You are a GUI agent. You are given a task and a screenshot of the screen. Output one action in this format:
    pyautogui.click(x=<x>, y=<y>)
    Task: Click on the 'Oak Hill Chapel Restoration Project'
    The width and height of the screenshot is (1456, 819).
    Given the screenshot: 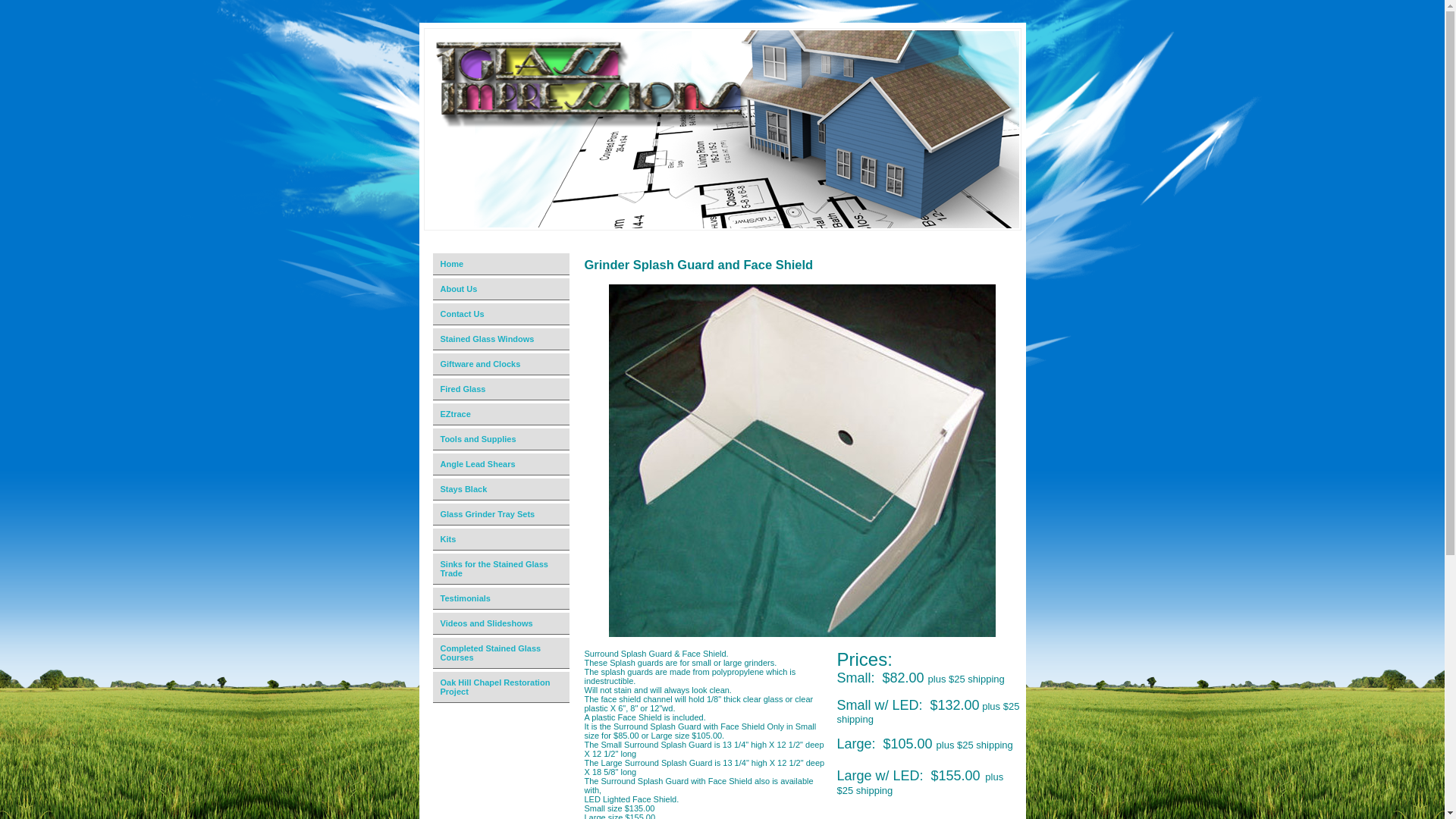 What is the action you would take?
    pyautogui.click(x=502, y=687)
    